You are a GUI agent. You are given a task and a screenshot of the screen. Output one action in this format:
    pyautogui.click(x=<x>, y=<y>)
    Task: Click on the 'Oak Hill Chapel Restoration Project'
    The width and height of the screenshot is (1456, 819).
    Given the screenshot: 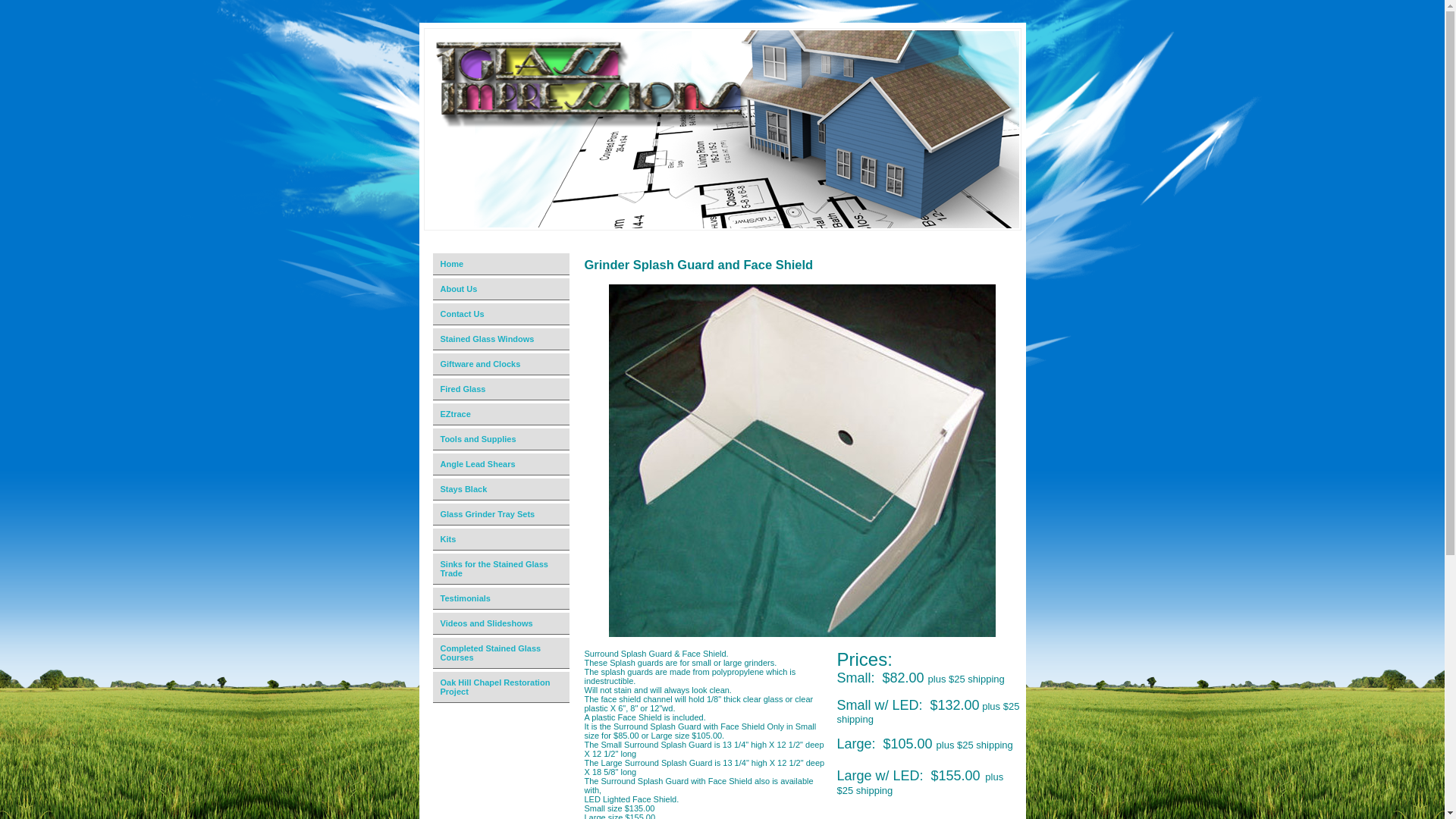 What is the action you would take?
    pyautogui.click(x=502, y=687)
    